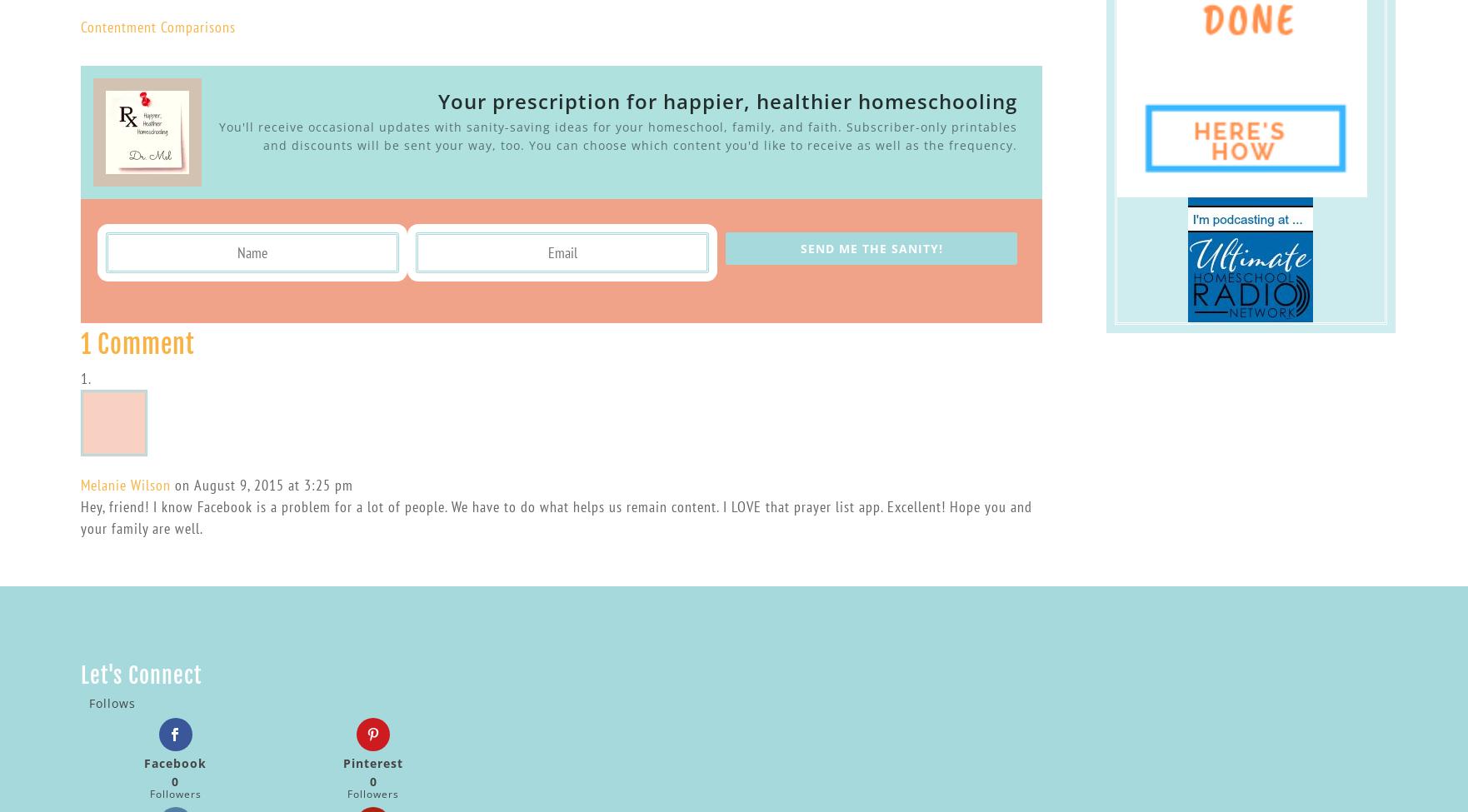 The height and width of the screenshot is (812, 1468). Describe the element at coordinates (617, 135) in the screenshot. I see `'You'll receive occasional updates with sanity-saving ideas for your homeschool, family, and faith. Subscriber-only printables and discounts will be sent your way, too. You can choose which content you'd like to receive as well as the frequency.'` at that location.